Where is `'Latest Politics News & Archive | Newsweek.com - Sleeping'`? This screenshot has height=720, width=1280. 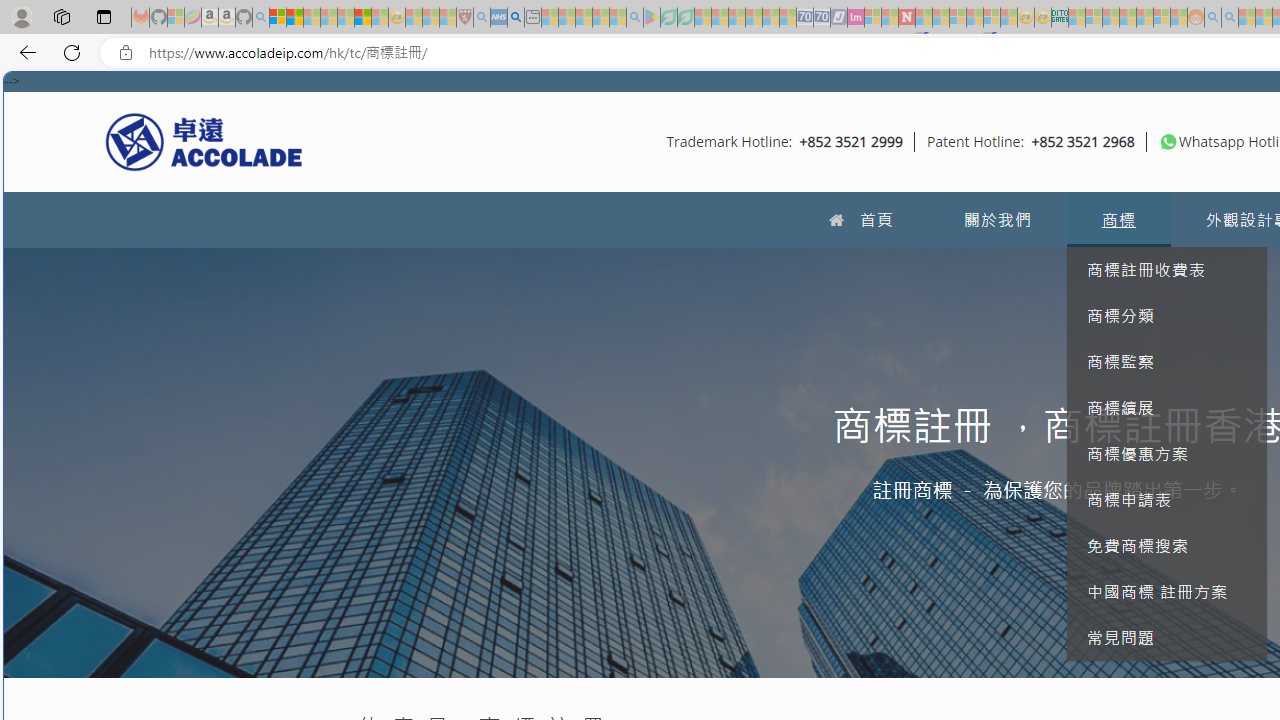
'Latest Politics News & Archive | Newsweek.com - Sleeping' is located at coordinates (905, 17).